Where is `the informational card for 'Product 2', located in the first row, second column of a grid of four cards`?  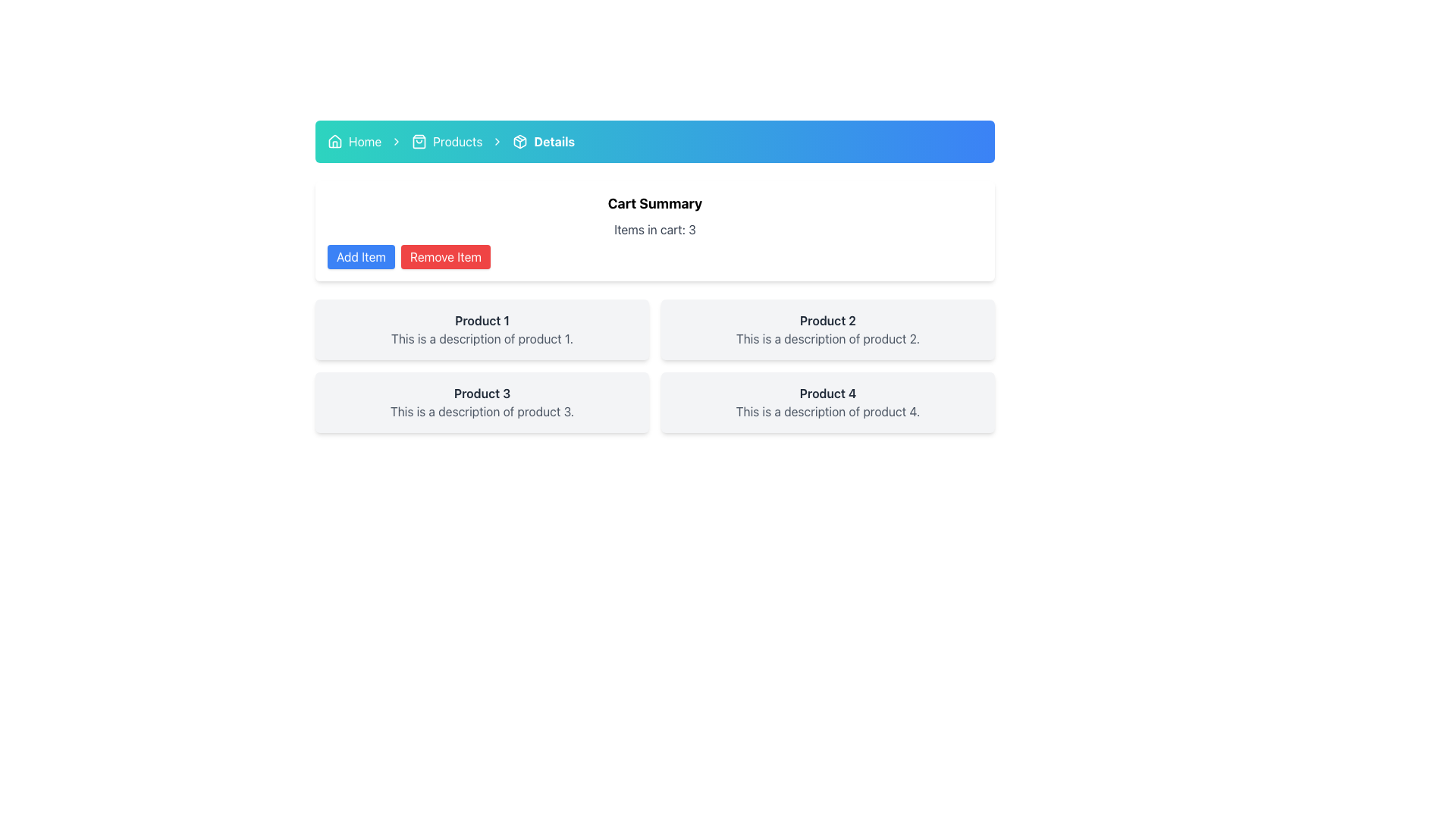 the informational card for 'Product 2', located in the first row, second column of a grid of four cards is located at coordinates (827, 329).